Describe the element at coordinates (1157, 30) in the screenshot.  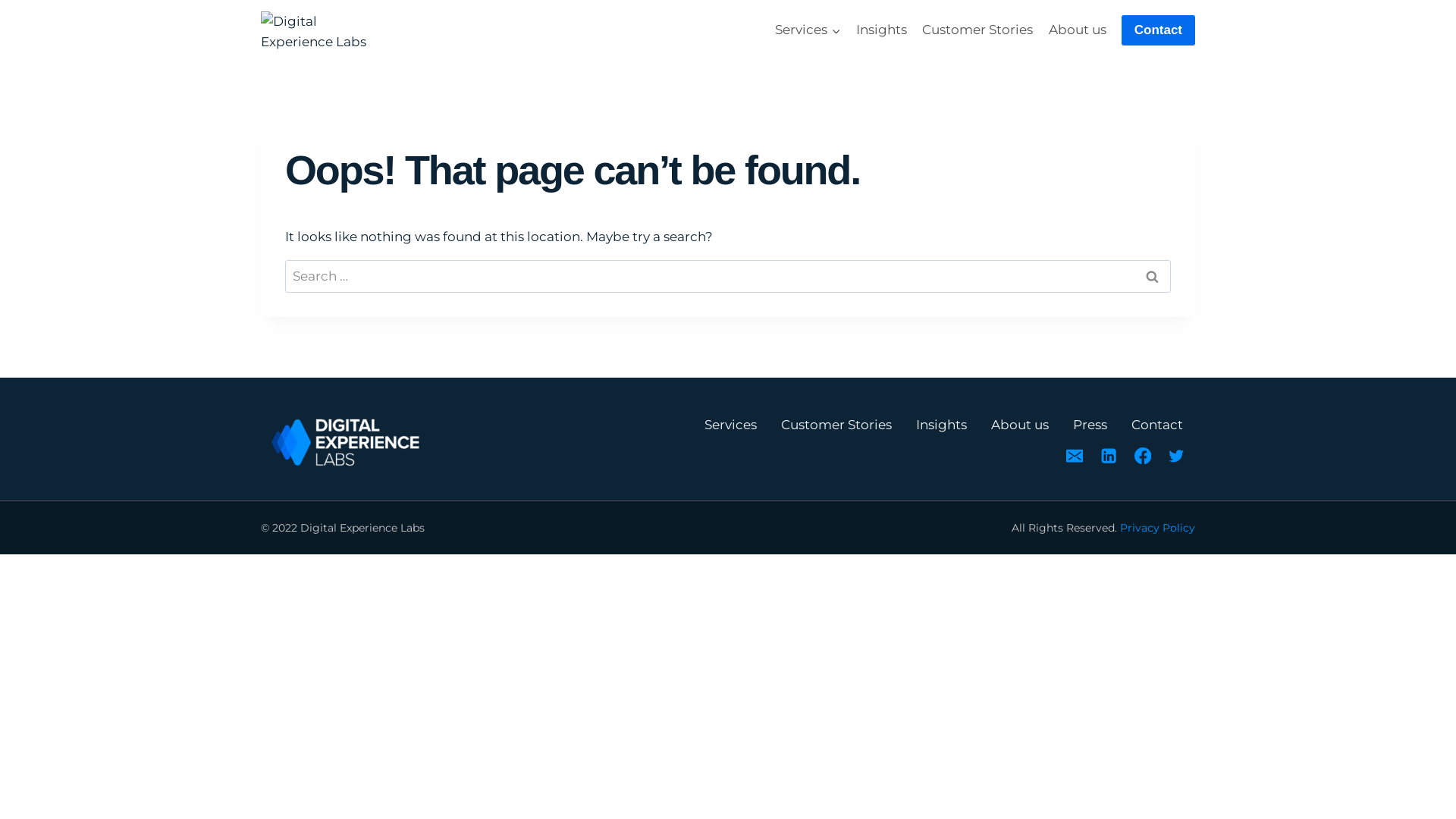
I see `'Contact'` at that location.